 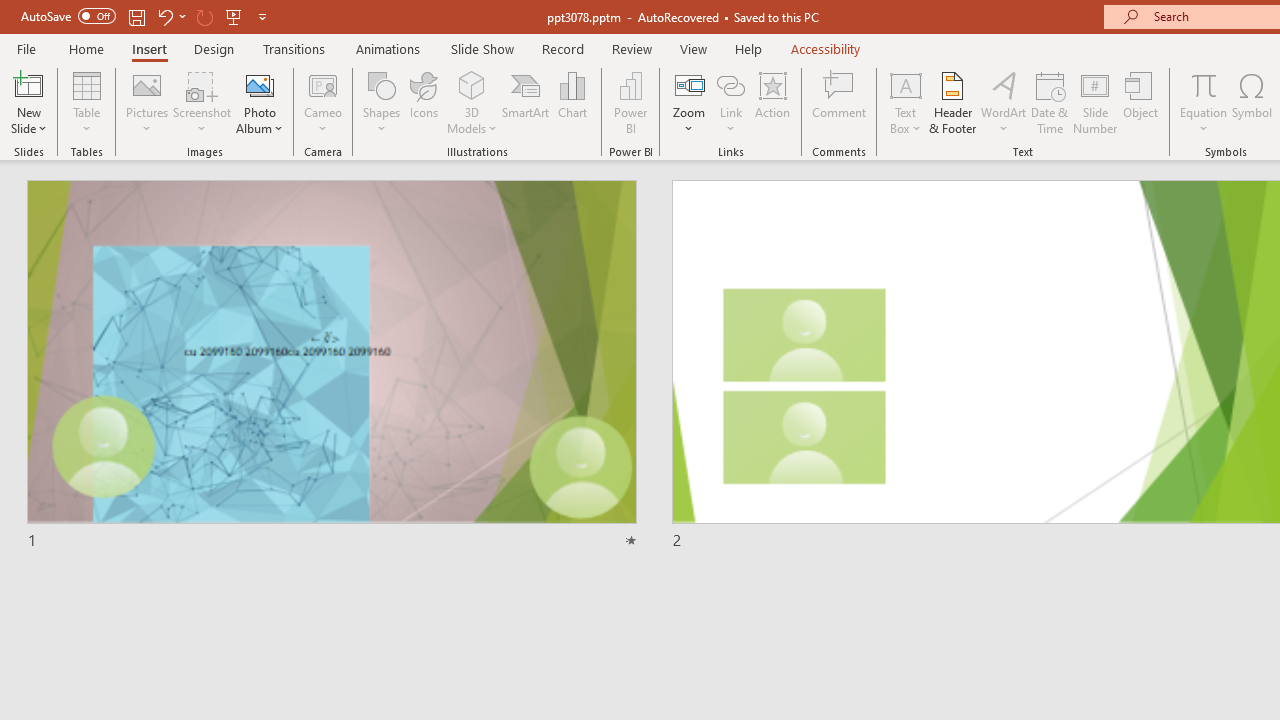 What do you see at coordinates (86, 103) in the screenshot?
I see `'Table'` at bounding box center [86, 103].